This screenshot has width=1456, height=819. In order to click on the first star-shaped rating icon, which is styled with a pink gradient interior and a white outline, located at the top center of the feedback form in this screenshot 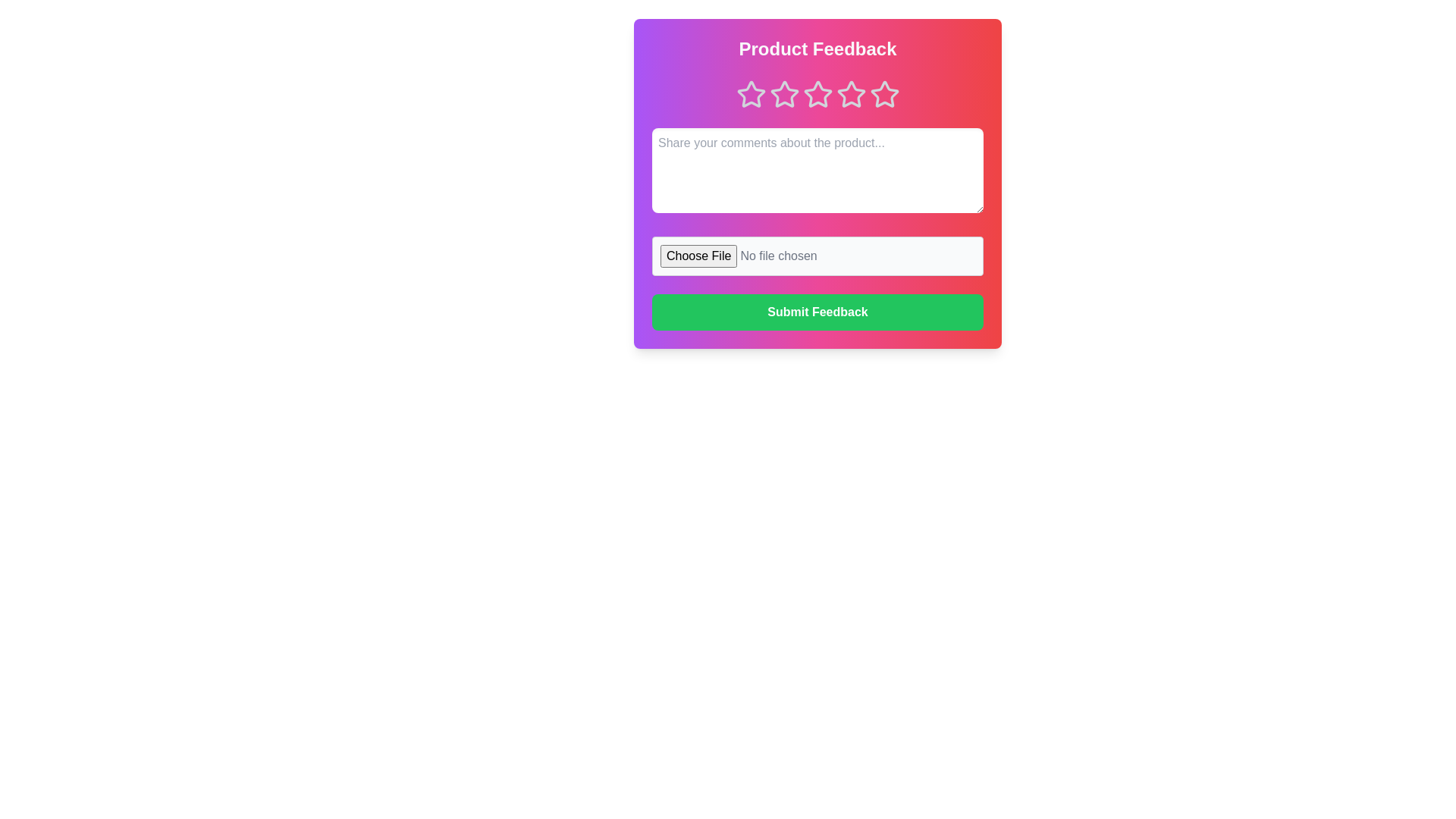, I will do `click(751, 94)`.